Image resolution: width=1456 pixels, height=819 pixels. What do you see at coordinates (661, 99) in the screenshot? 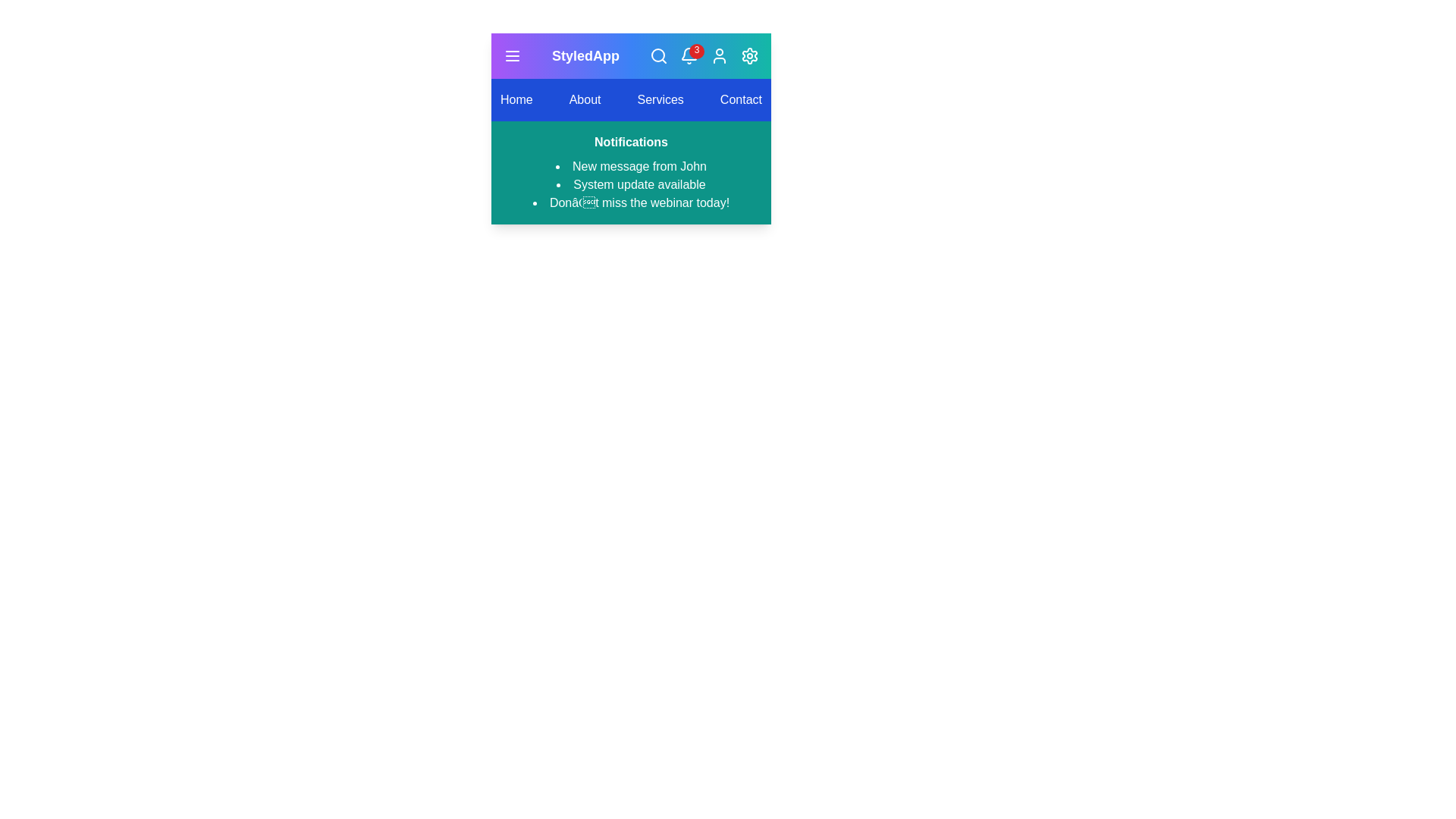
I see `the 'Services' button, which is the third item in the horizontal navigation menu located between the 'About' and 'Contact' buttons` at bounding box center [661, 99].